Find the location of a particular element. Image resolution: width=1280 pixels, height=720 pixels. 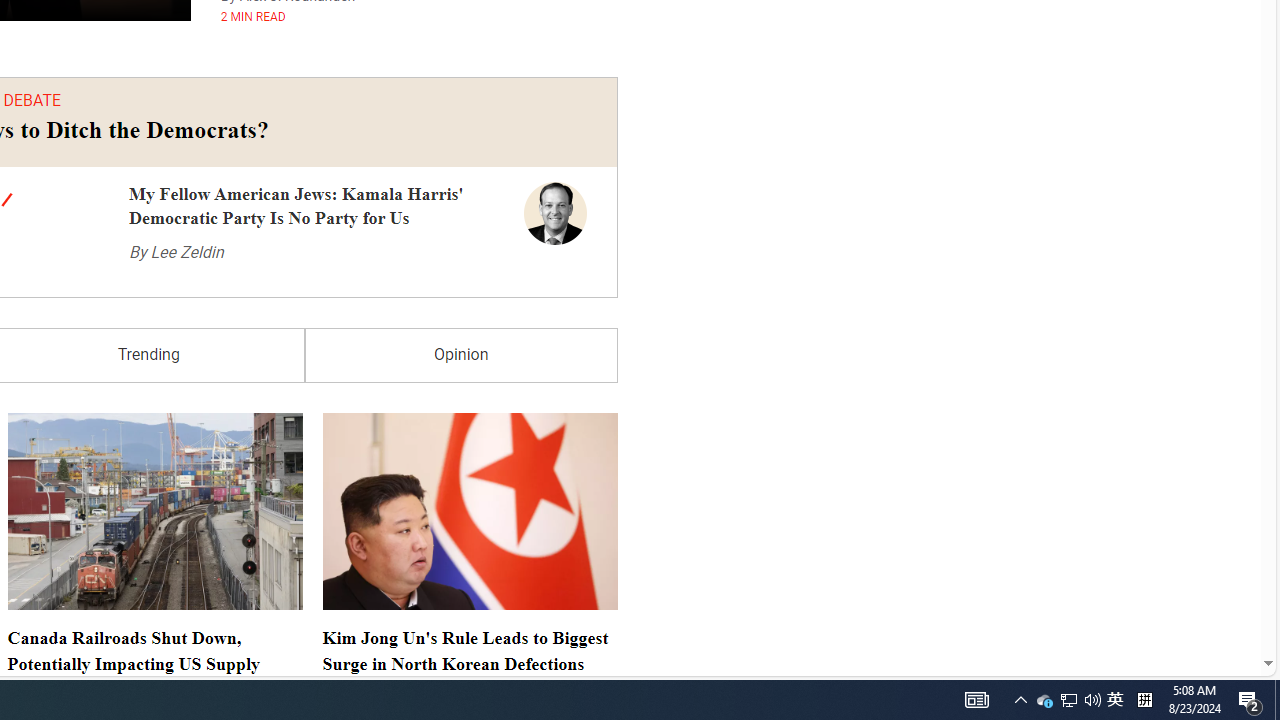

'Q2790: 100%' is located at coordinates (1092, 698).